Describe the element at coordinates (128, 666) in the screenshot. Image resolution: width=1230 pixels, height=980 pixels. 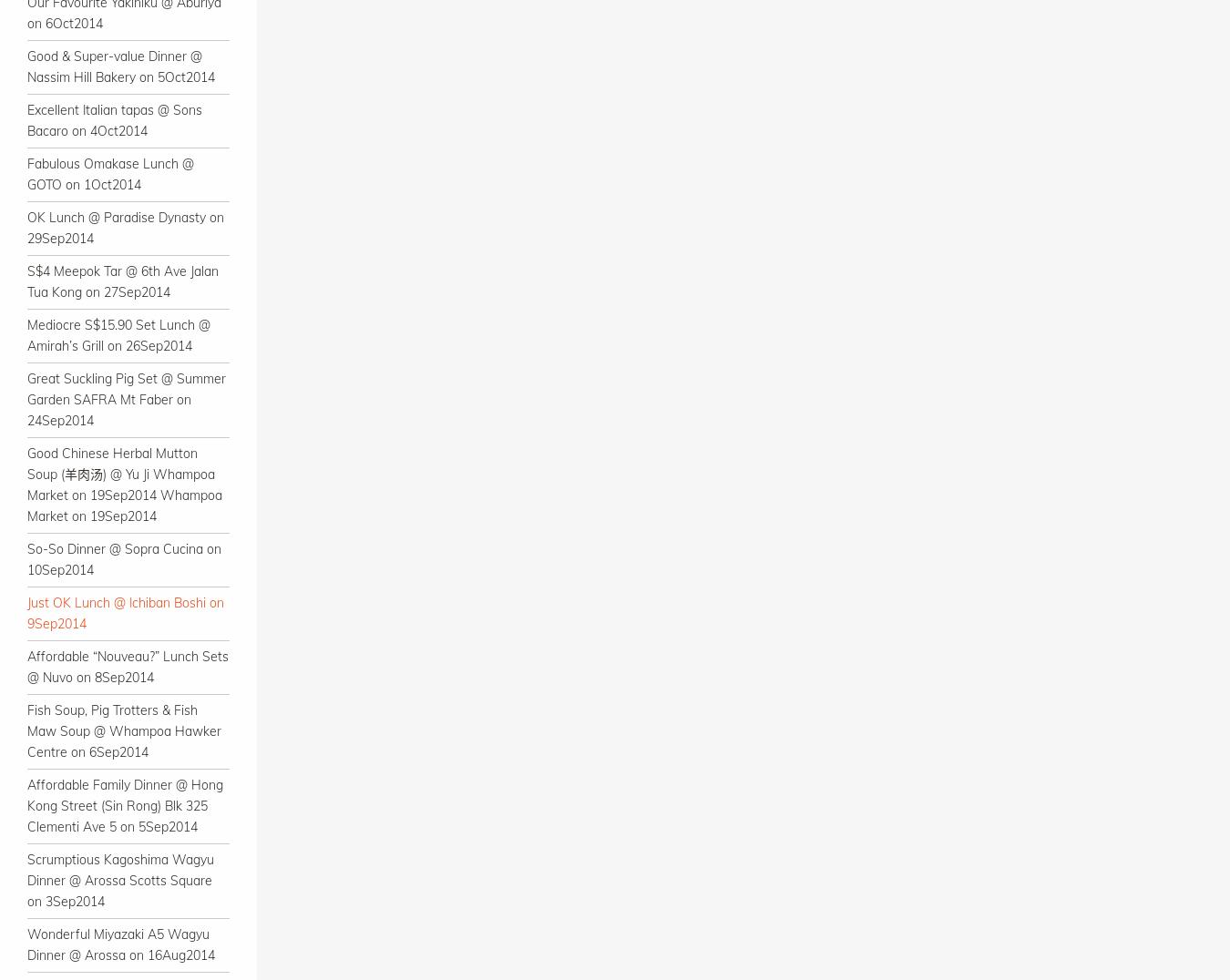
I see `'Affordable “Nouveau?” Lunch Sets @ Nuvo on 8Sep2014'` at that location.